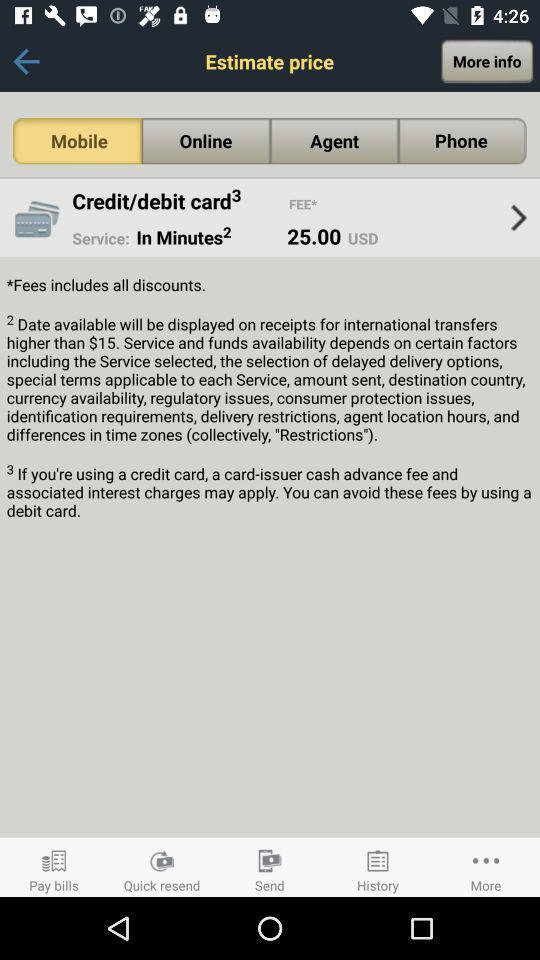  Describe the element at coordinates (25, 61) in the screenshot. I see `the item next to the estimate price` at that location.